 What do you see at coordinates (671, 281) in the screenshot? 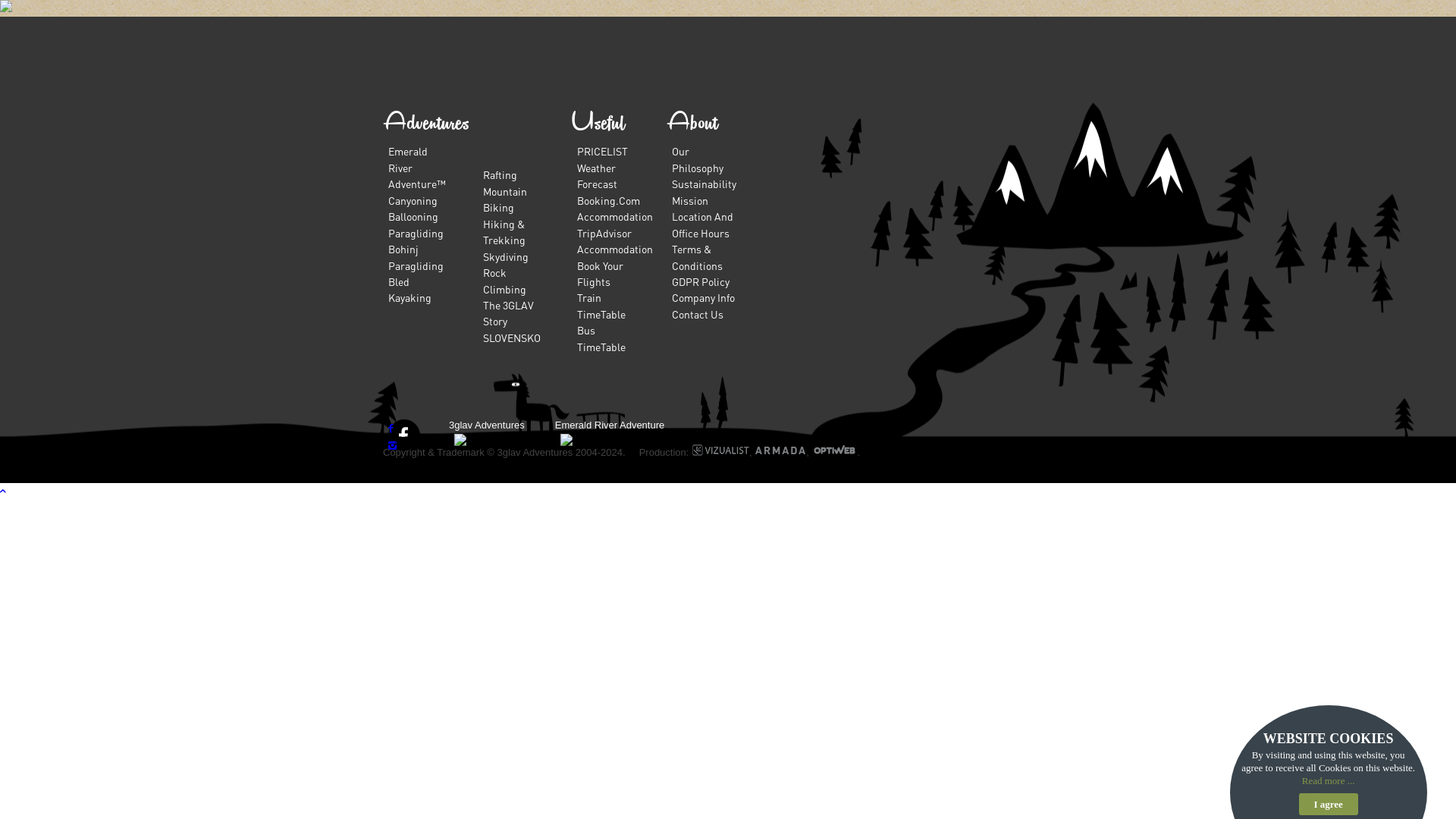
I see `'GDPR Policy'` at bounding box center [671, 281].